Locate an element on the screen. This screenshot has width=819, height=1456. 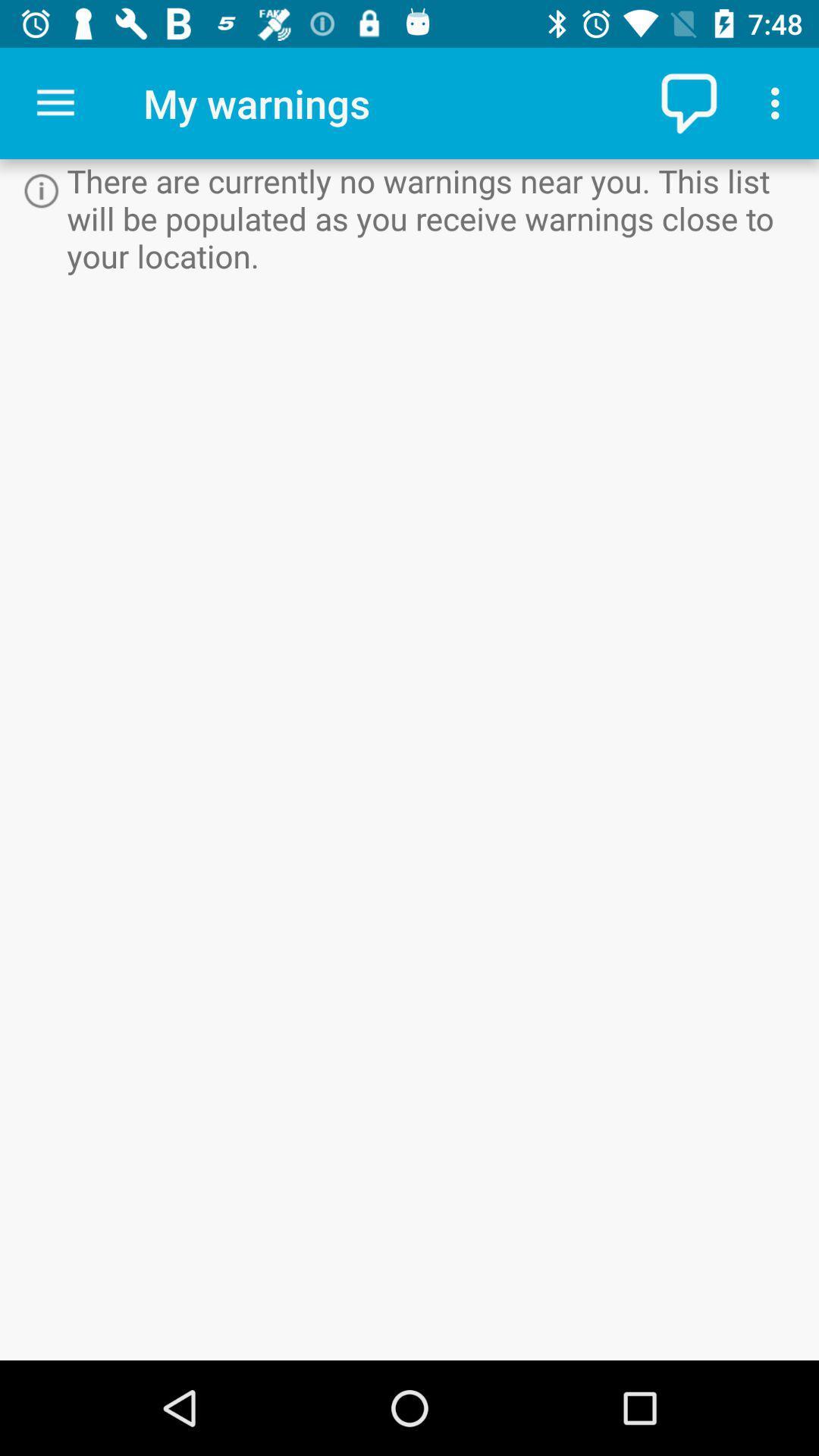
app next to my warnings item is located at coordinates (55, 102).